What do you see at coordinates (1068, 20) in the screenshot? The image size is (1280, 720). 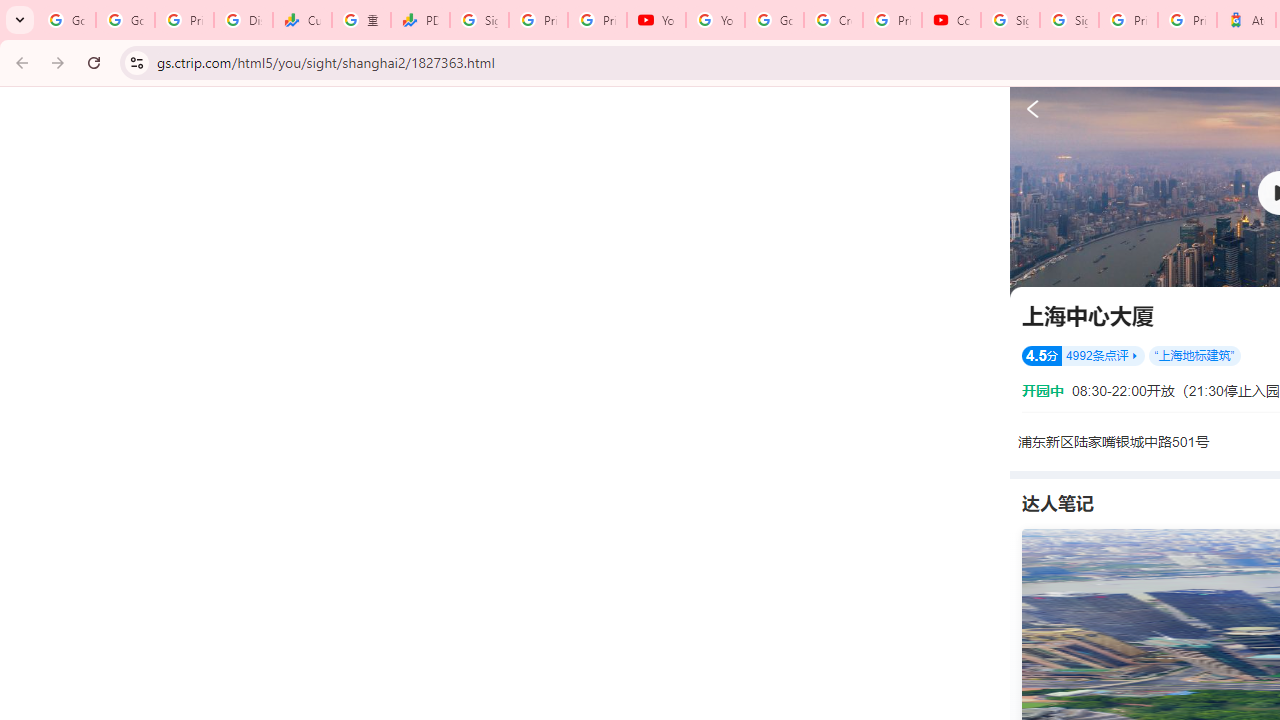 I see `'Sign in - Google Accounts'` at bounding box center [1068, 20].